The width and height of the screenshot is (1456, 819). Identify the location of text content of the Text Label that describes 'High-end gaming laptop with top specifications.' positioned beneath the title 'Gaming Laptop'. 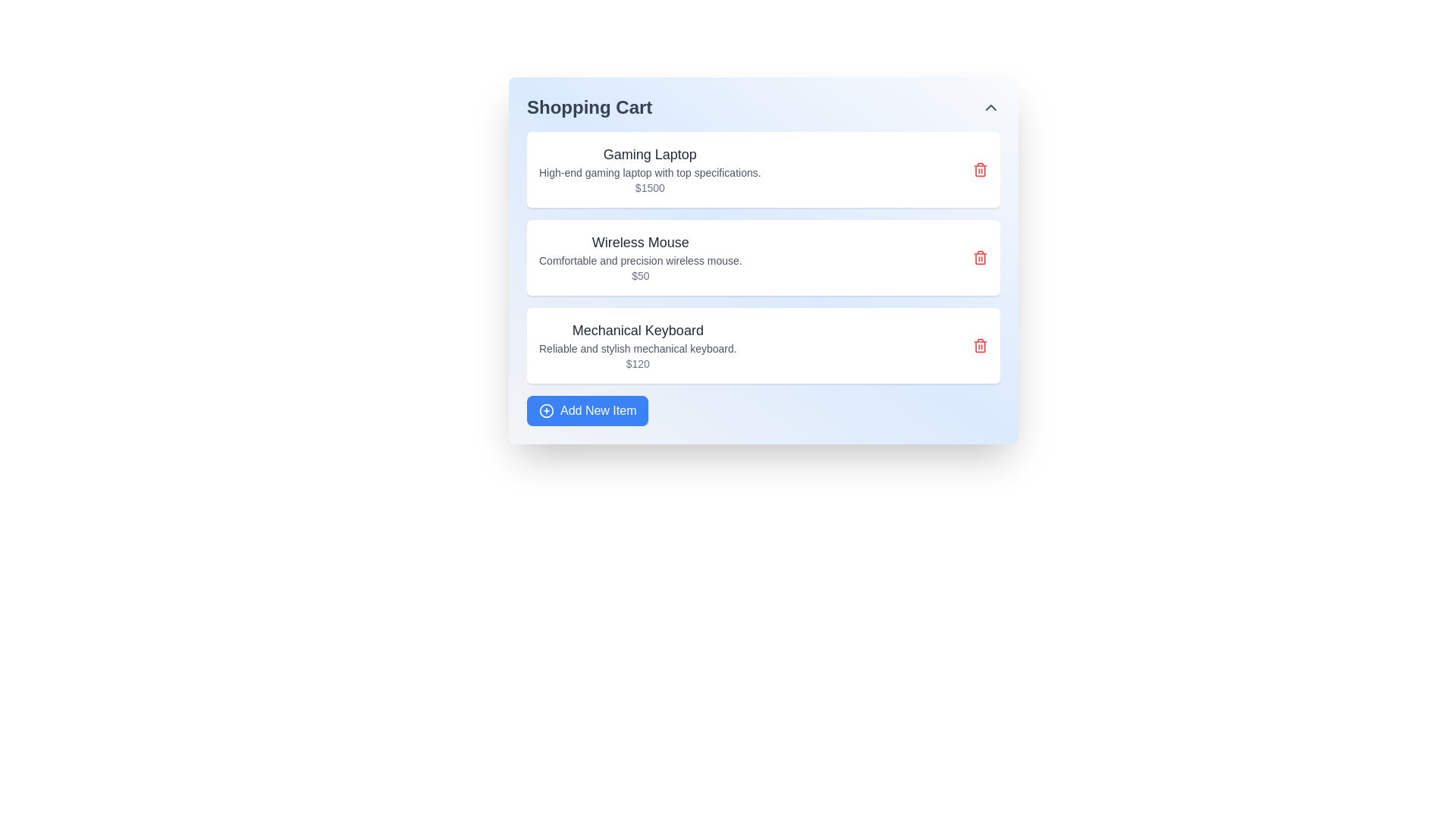
(650, 171).